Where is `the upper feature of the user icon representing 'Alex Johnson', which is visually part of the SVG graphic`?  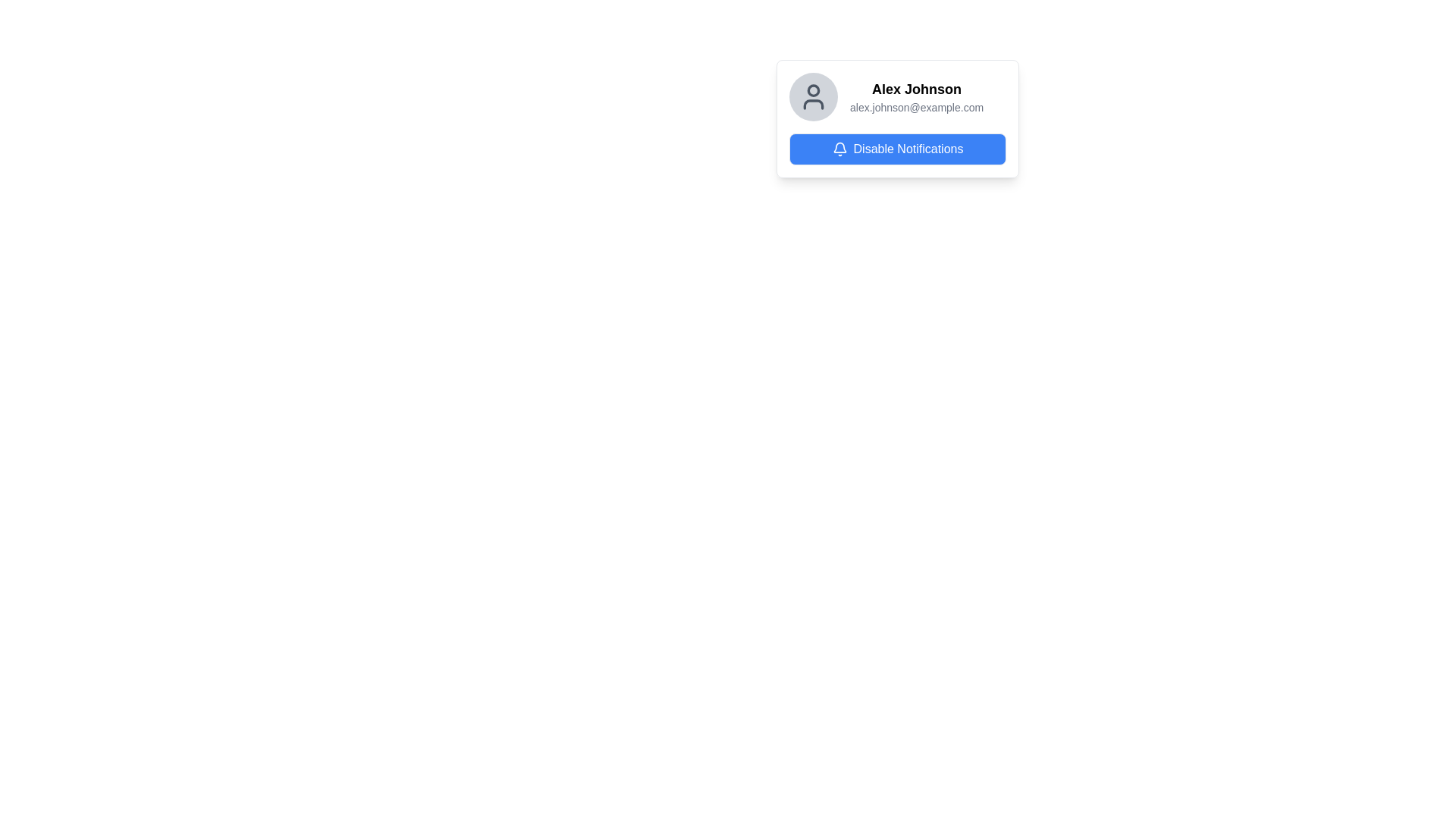 the upper feature of the user icon representing 'Alex Johnson', which is visually part of the SVG graphic is located at coordinates (813, 90).